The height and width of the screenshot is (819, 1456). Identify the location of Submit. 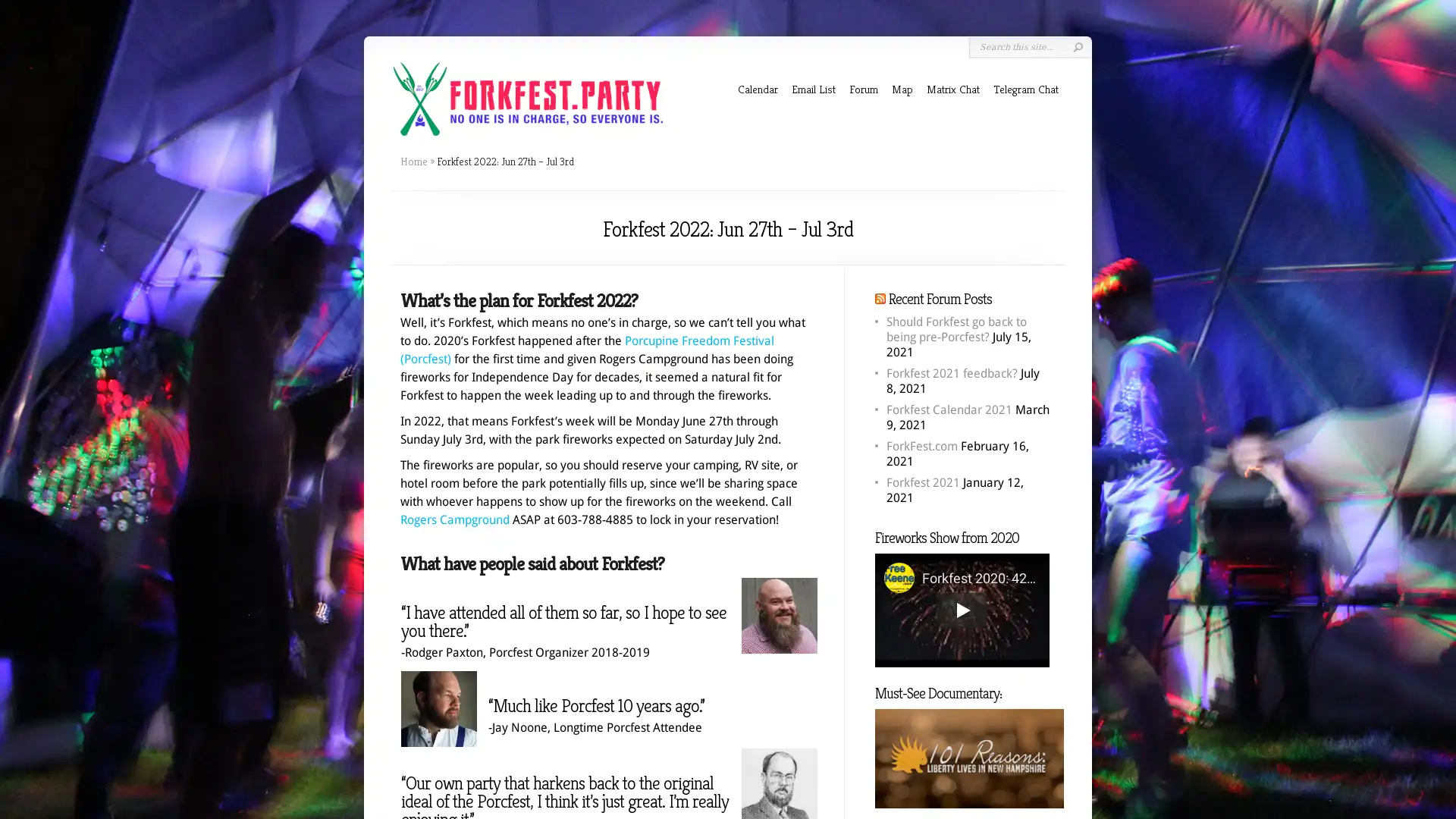
(1077, 46).